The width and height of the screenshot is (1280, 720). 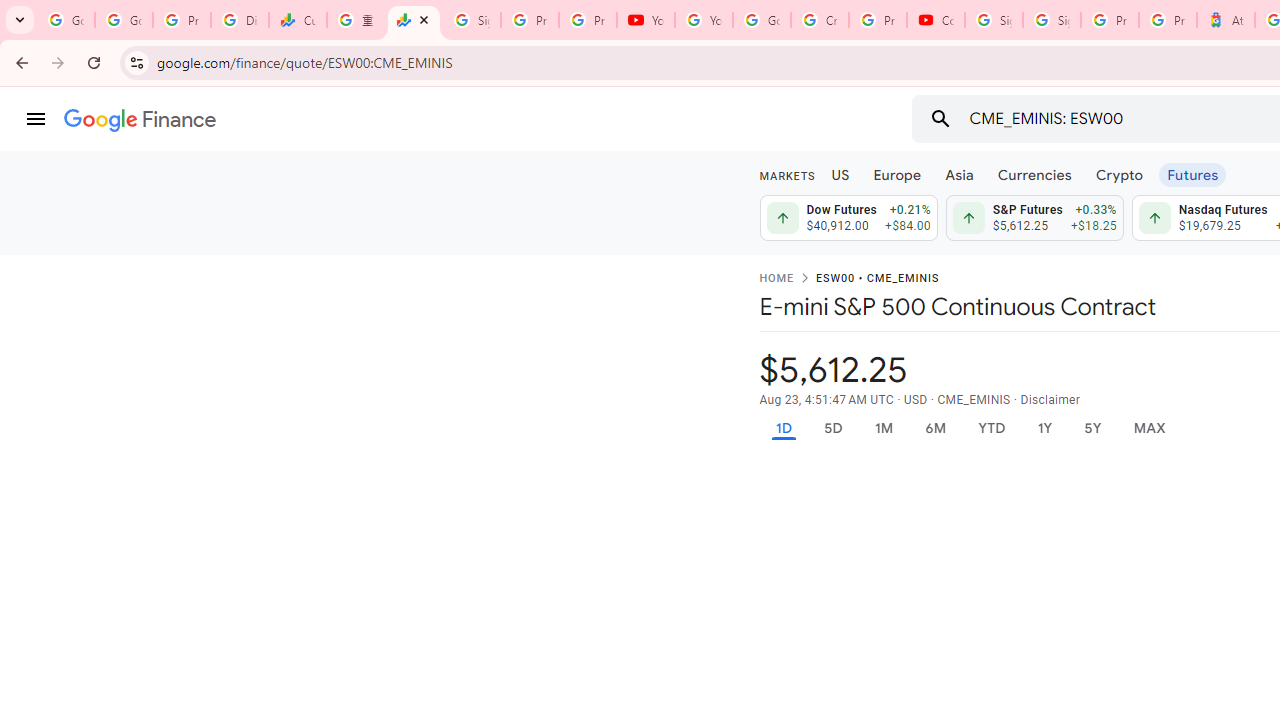 What do you see at coordinates (958, 173) in the screenshot?
I see `'Asia'` at bounding box center [958, 173].